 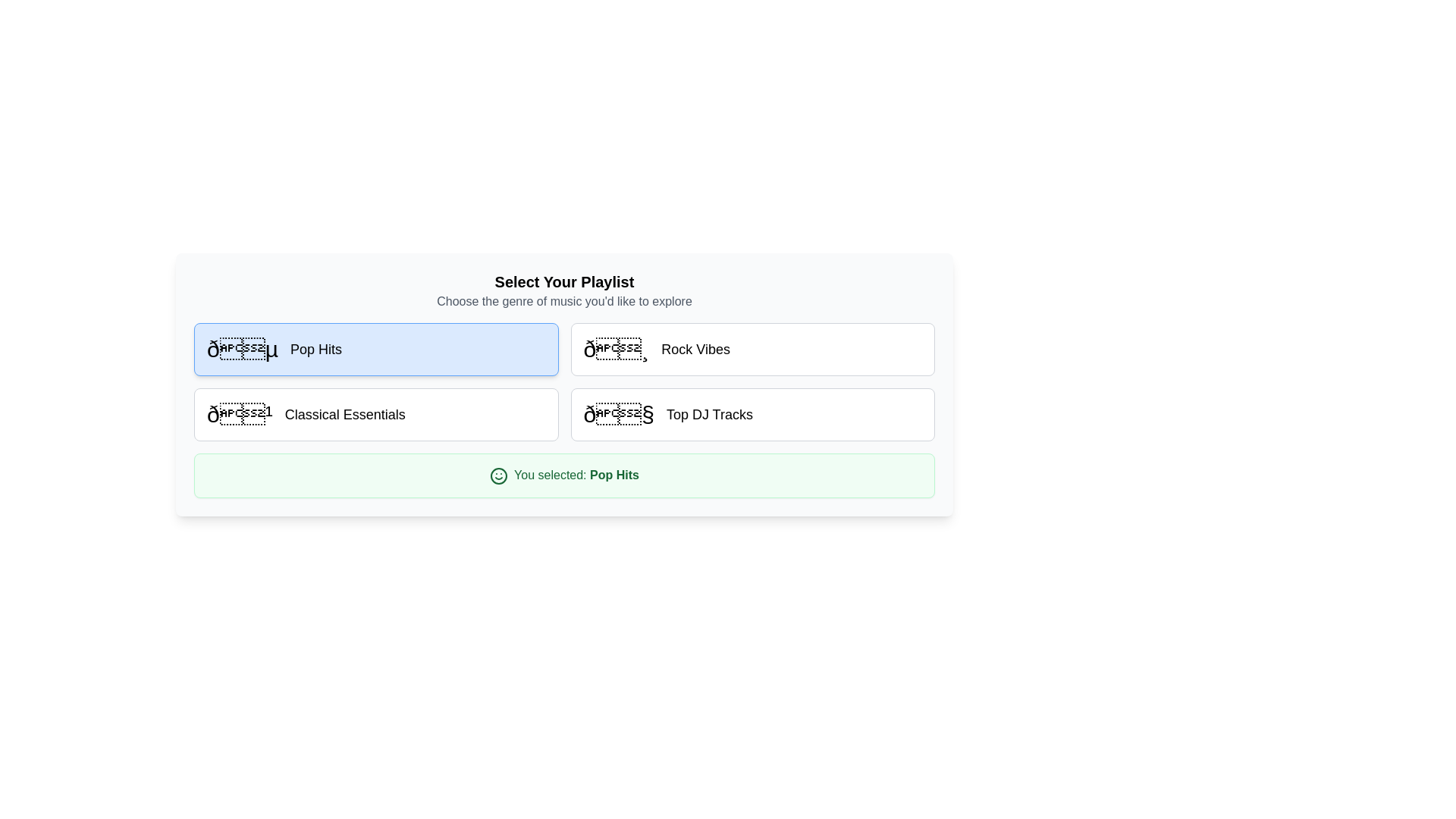 I want to click on the circular component associated with the 'Pop Hits' playlist option located in the middle of the first row of options, so click(x=498, y=475).